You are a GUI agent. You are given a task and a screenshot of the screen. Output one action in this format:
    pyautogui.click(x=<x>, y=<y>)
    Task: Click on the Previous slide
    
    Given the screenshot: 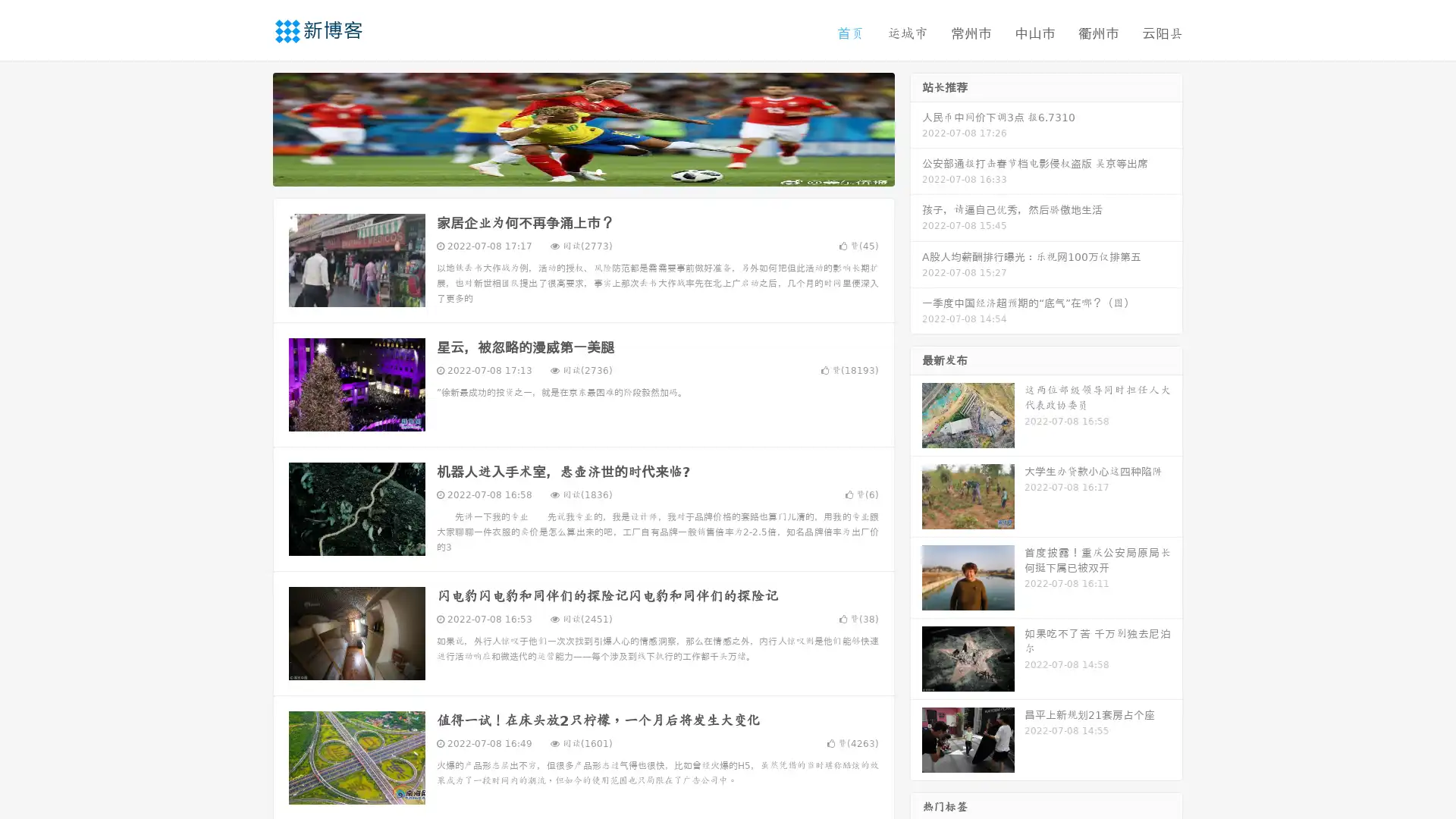 What is the action you would take?
    pyautogui.click(x=250, y=127)
    